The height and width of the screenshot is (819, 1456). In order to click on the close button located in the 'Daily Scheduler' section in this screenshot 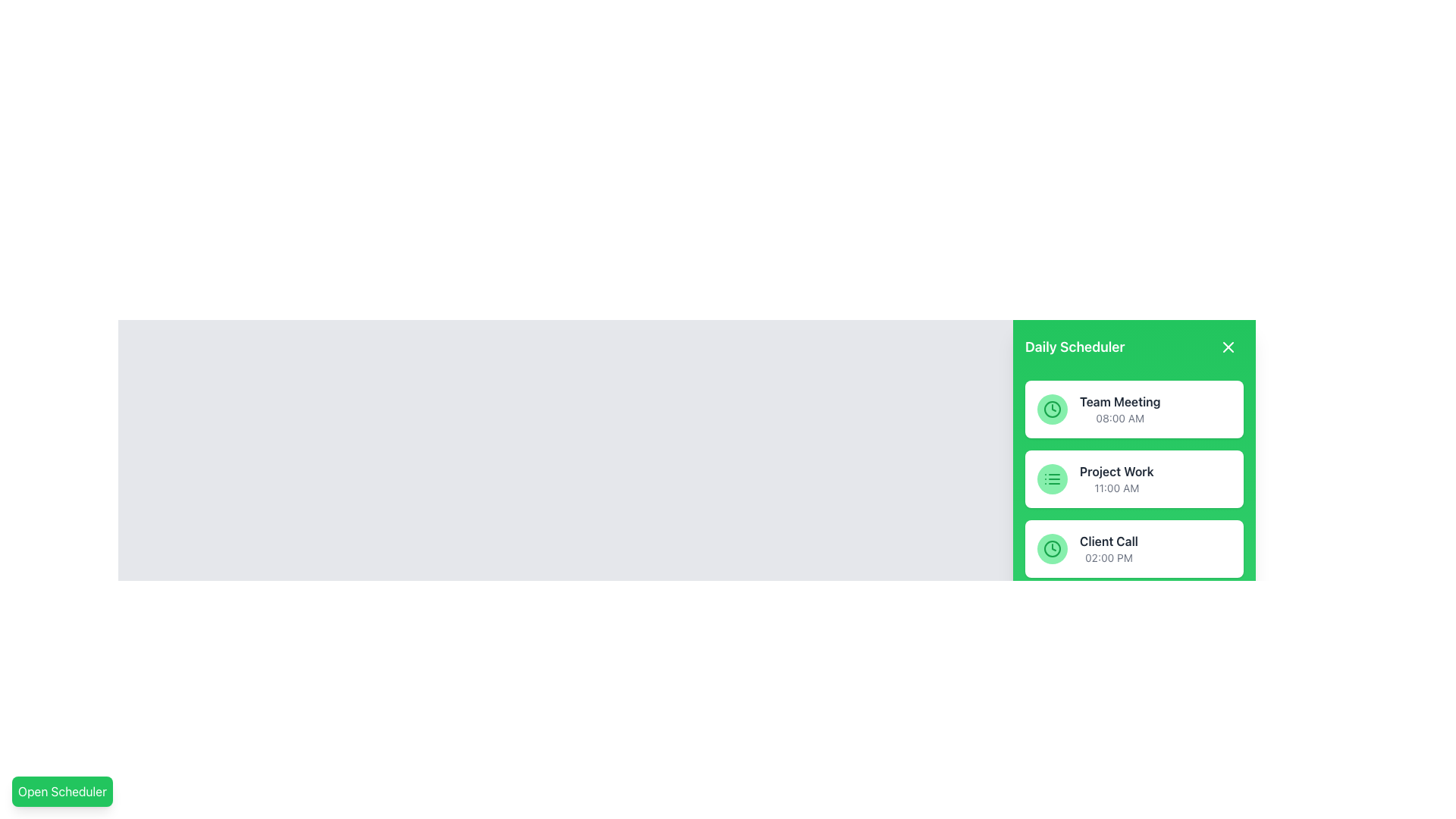, I will do `click(1228, 347)`.